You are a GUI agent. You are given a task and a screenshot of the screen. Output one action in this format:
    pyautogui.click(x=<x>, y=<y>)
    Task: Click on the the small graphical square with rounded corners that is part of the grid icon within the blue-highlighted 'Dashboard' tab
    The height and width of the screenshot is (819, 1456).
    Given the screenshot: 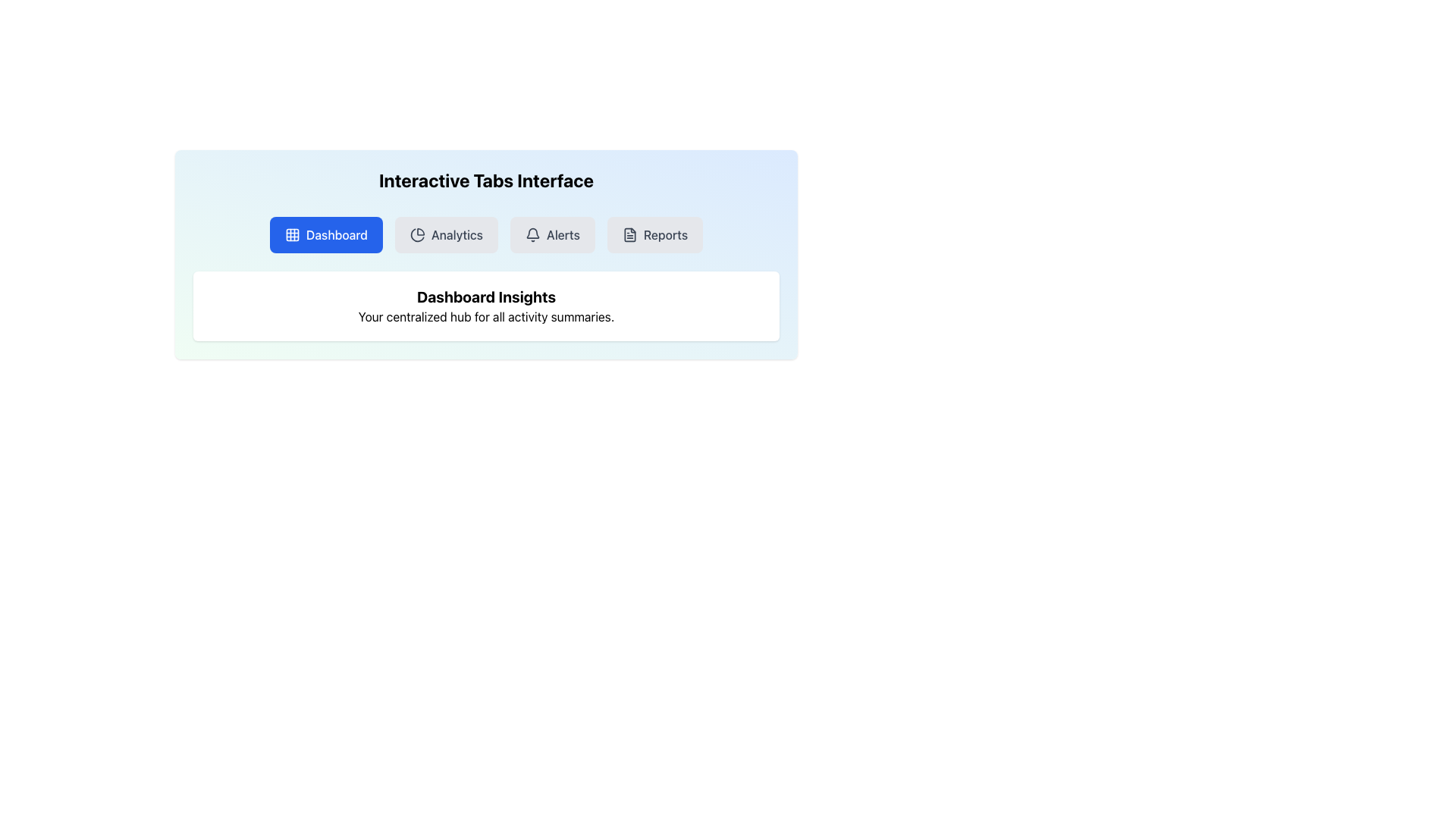 What is the action you would take?
    pyautogui.click(x=292, y=234)
    